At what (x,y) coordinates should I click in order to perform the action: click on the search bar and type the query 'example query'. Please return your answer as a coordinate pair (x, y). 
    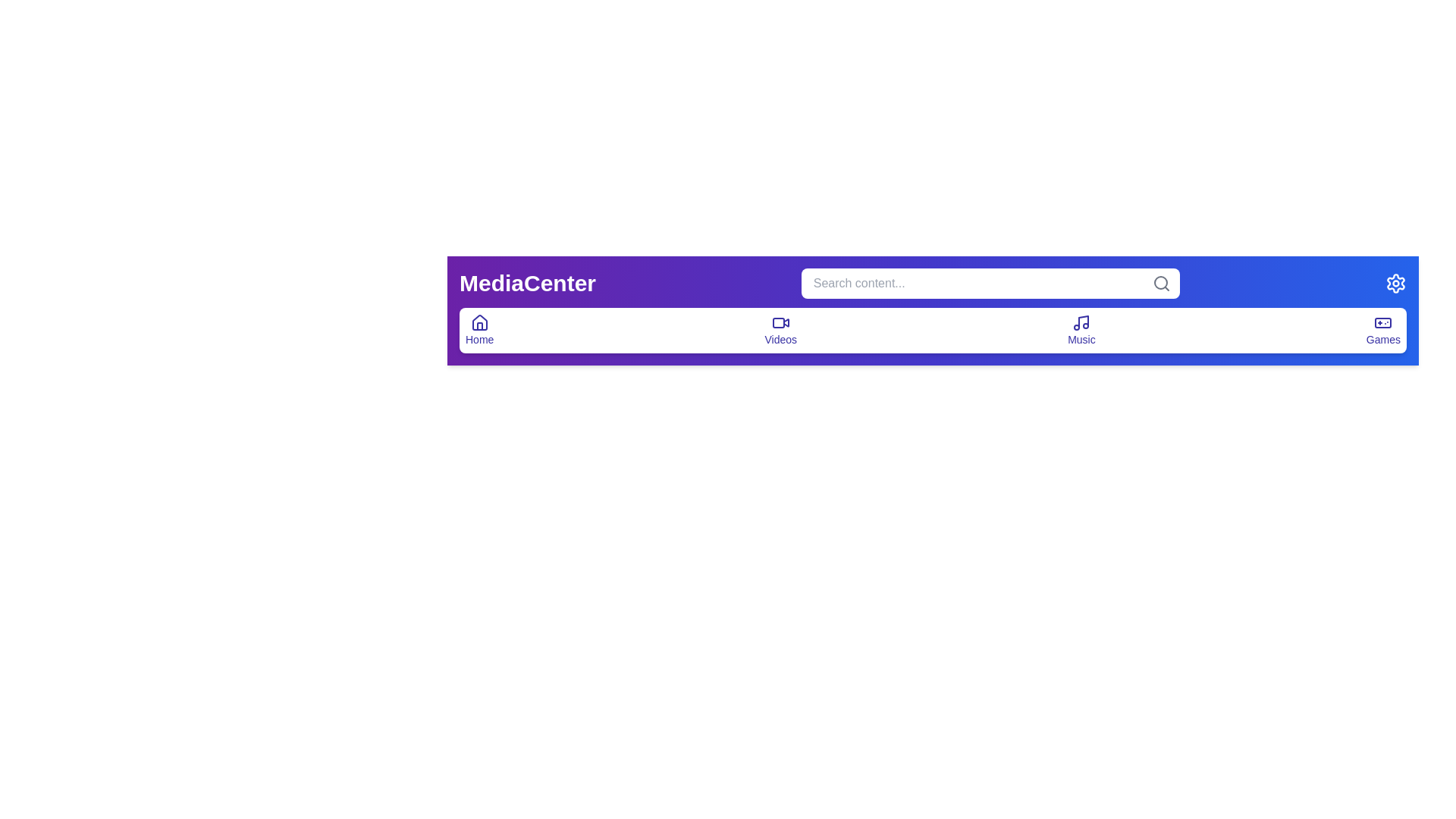
    Looking at the image, I should click on (990, 284).